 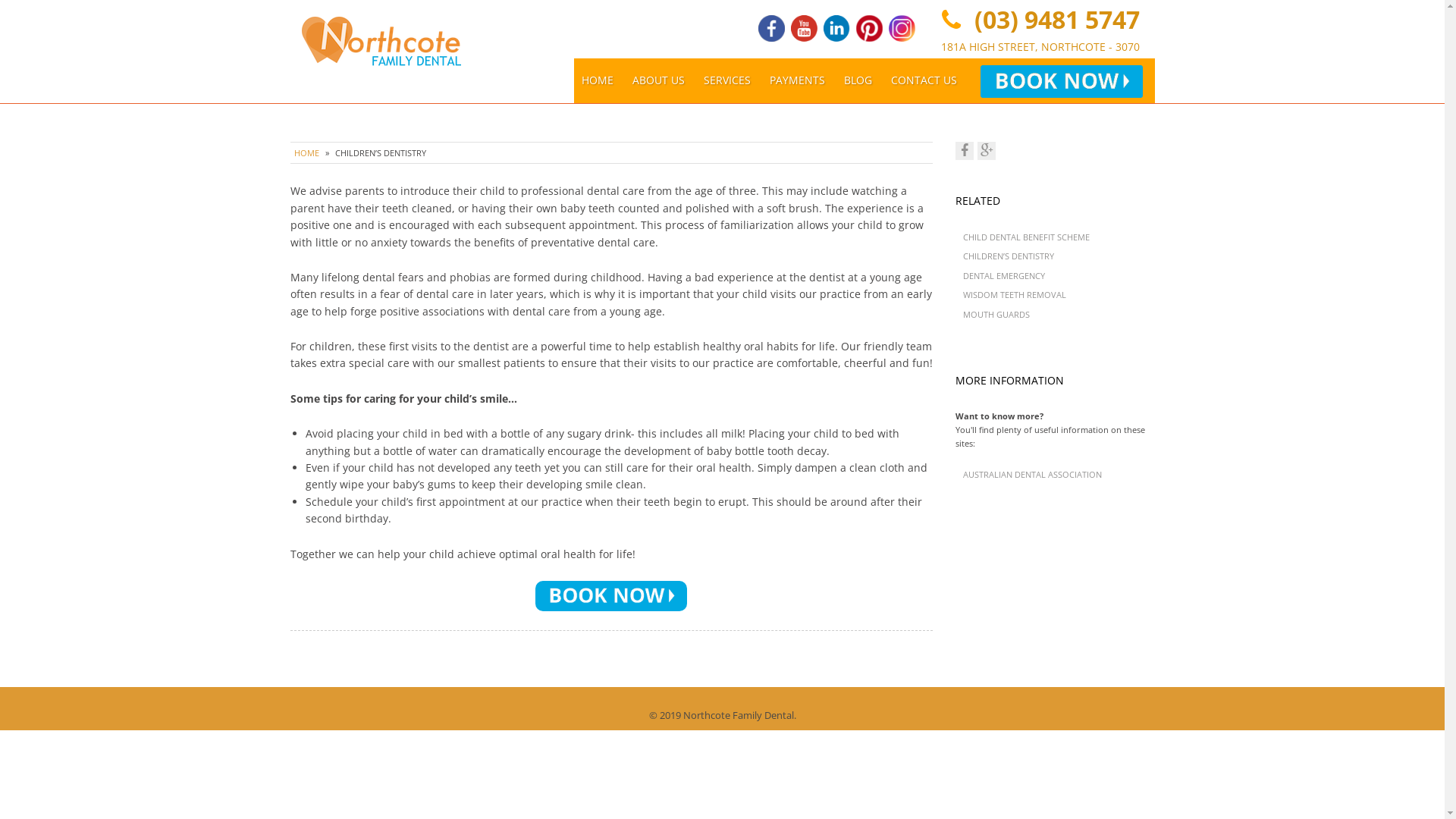 I want to click on 'CHILD DENTAL BENEFIT SCHEME', so click(x=1026, y=237).